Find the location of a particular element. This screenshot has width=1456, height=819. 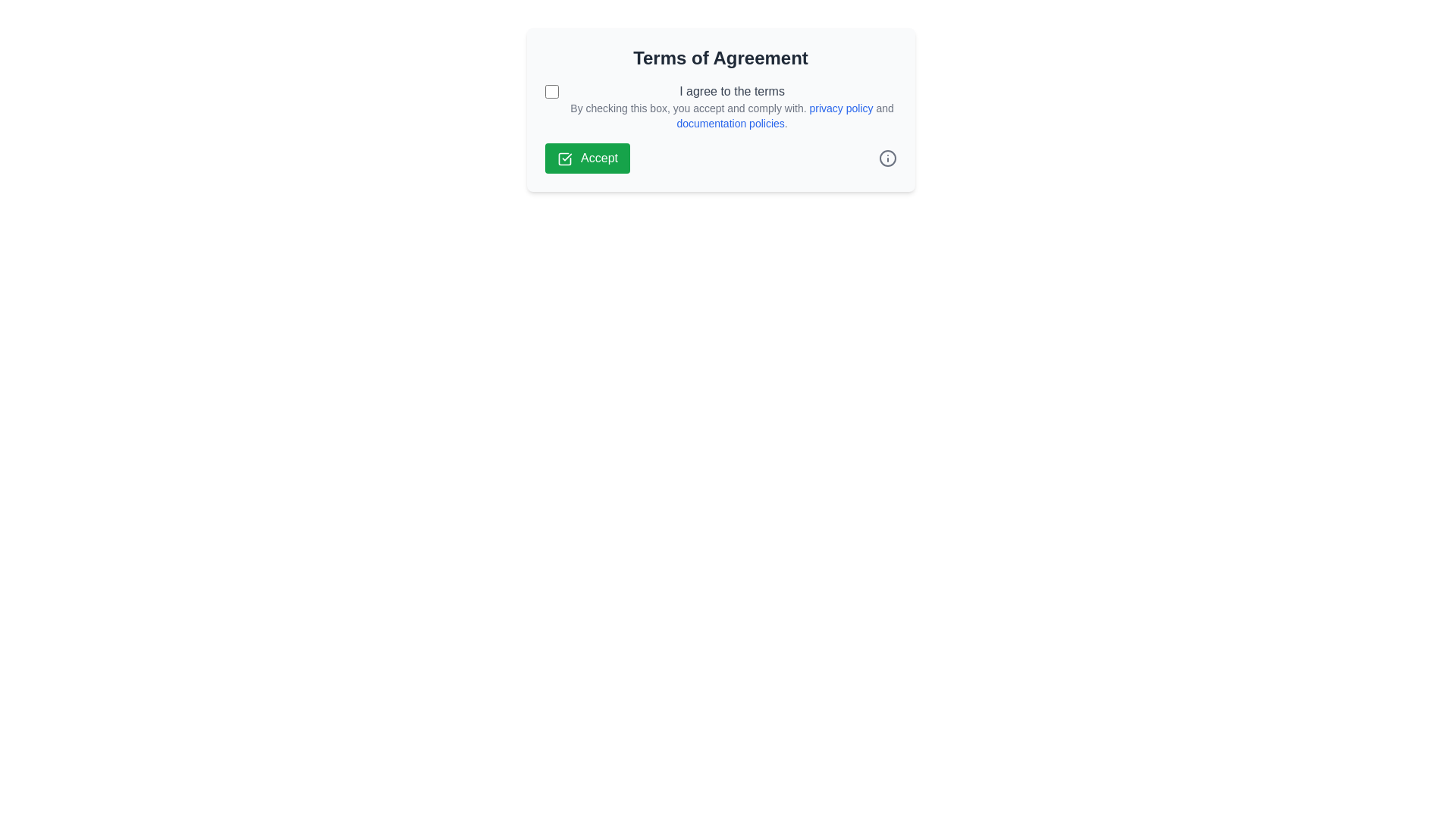

the checkbox allowing users to agree to the terms and conditions is located at coordinates (551, 91).